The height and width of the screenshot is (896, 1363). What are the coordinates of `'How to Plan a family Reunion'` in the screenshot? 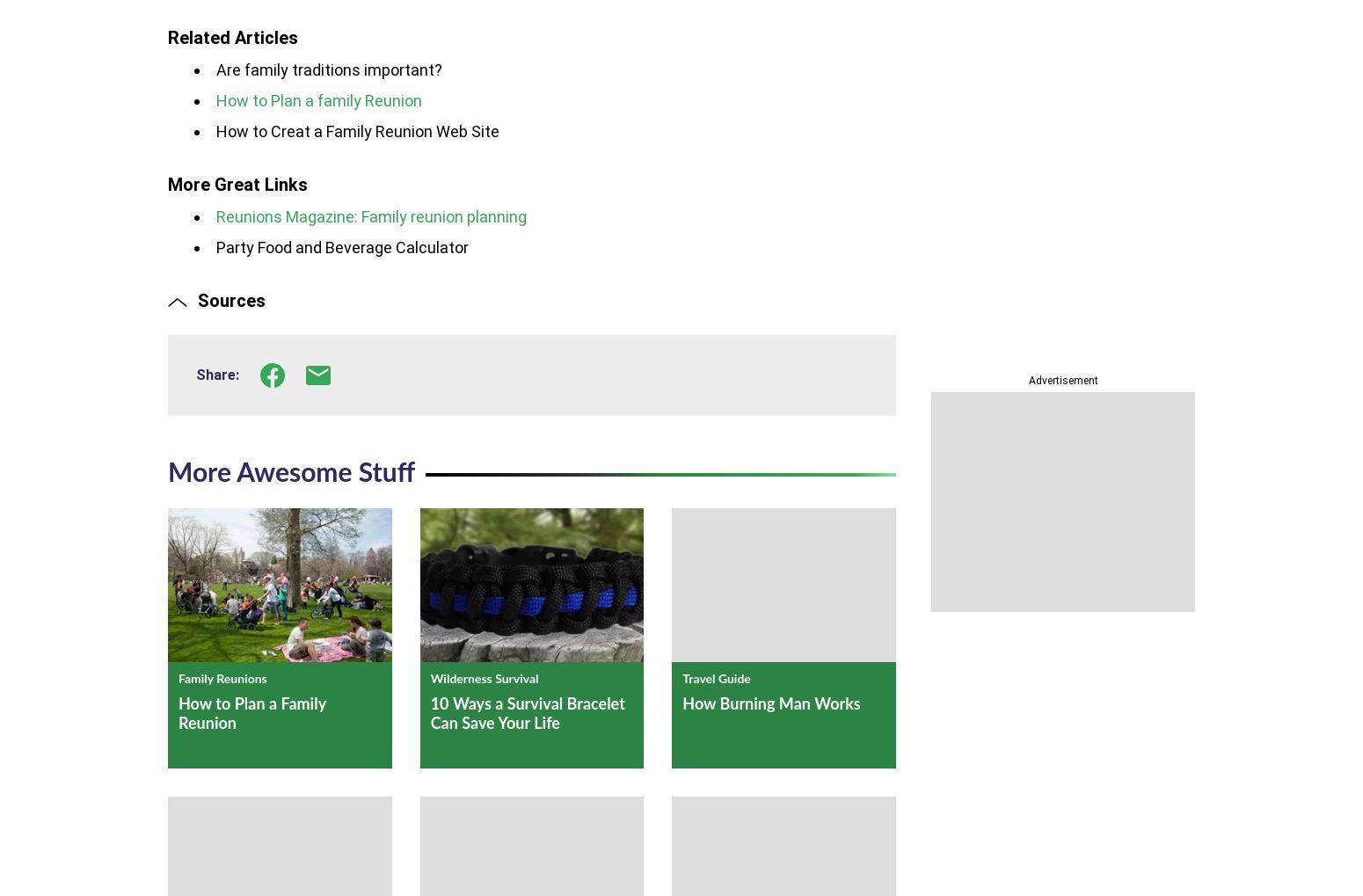 It's located at (318, 99).